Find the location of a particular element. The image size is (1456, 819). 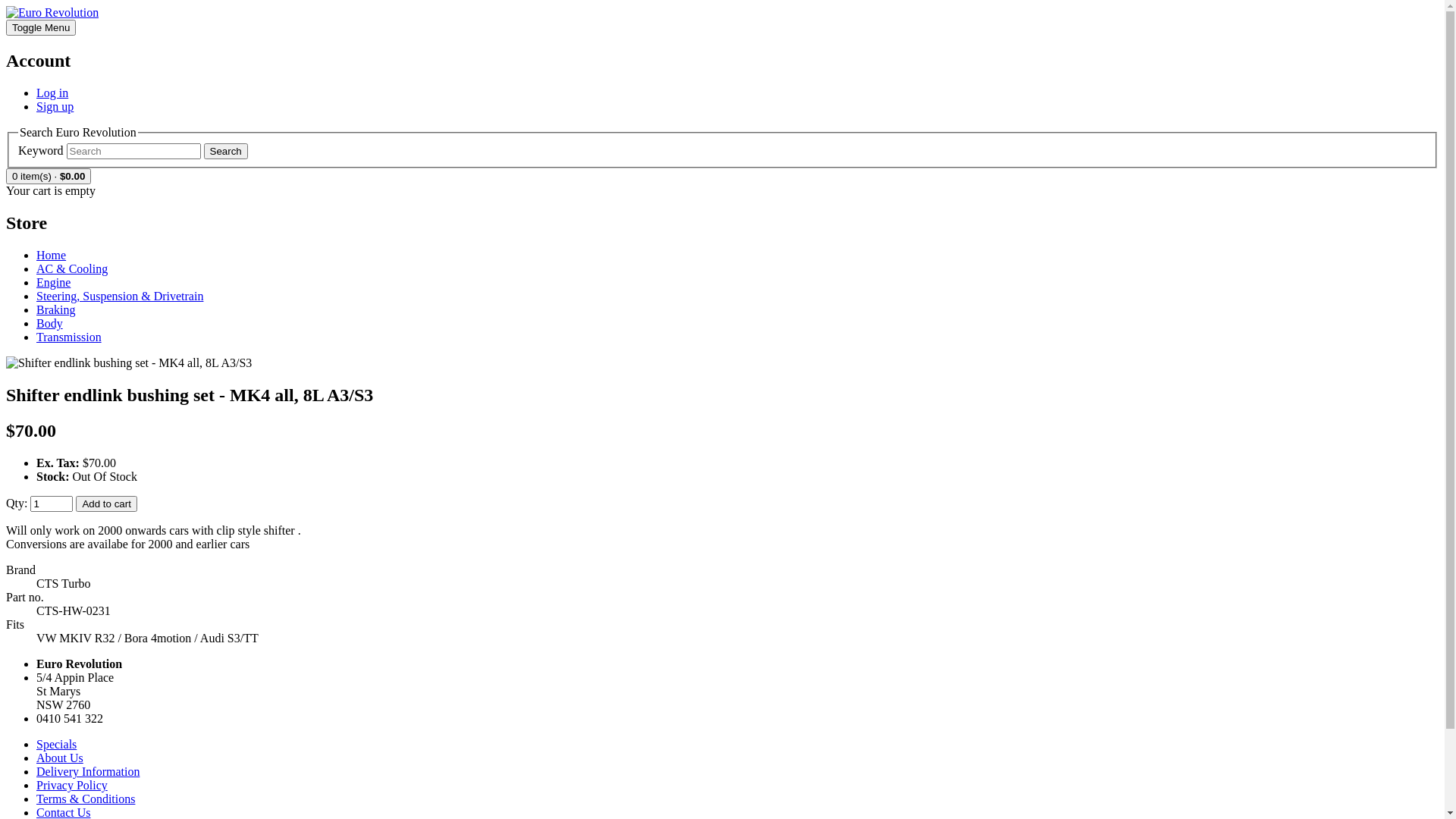

'Sign up' is located at coordinates (55, 105).